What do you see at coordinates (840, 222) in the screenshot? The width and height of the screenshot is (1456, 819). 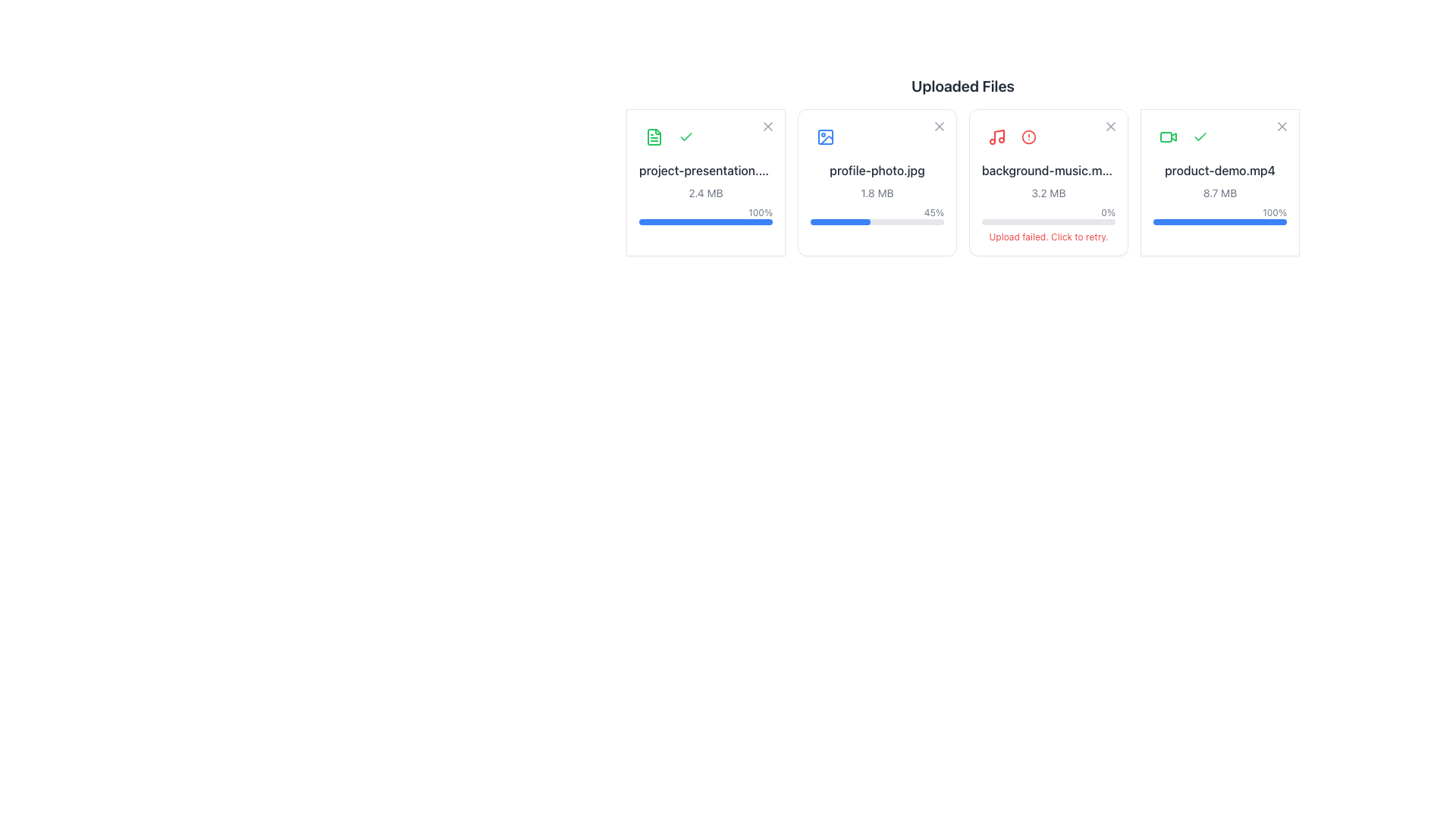 I see `the upload progress for 'profile-photo.jpg'` at bounding box center [840, 222].